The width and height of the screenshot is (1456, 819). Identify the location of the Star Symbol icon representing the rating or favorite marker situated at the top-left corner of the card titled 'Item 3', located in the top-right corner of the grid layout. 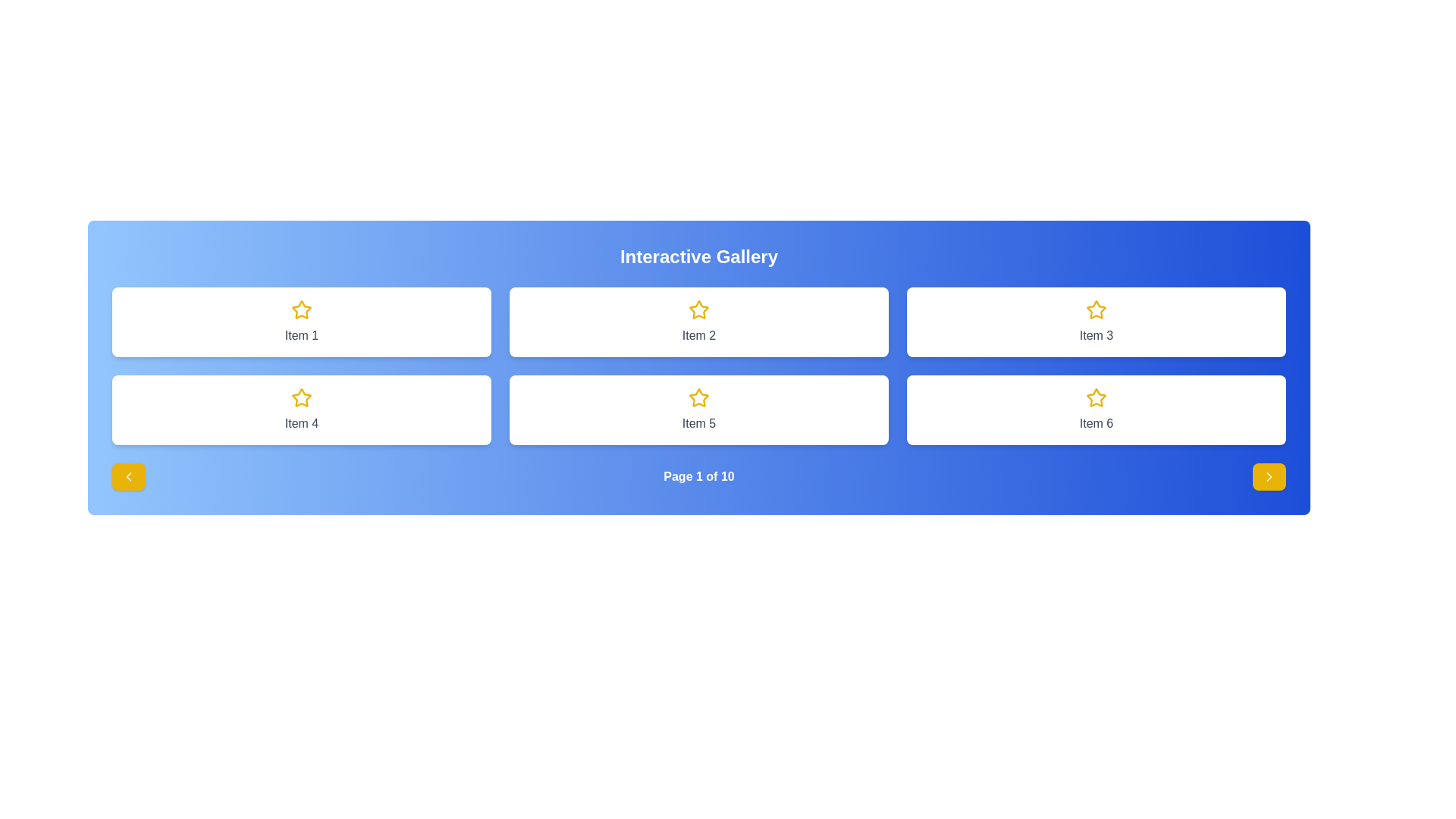
(1096, 309).